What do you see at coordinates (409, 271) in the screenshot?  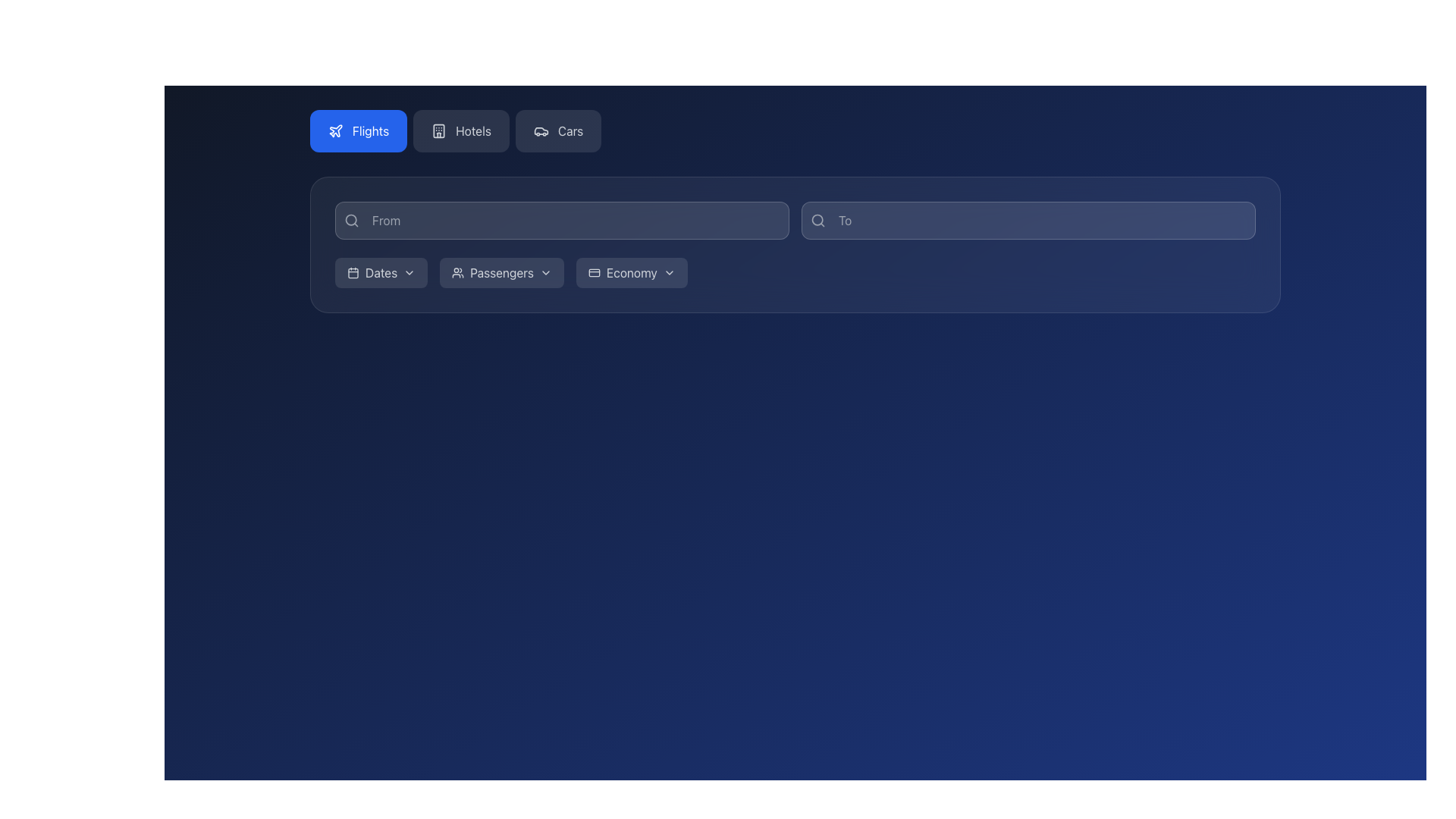 I see `the chevron icon located to the right of the 'Dates' label in the search bar` at bounding box center [409, 271].